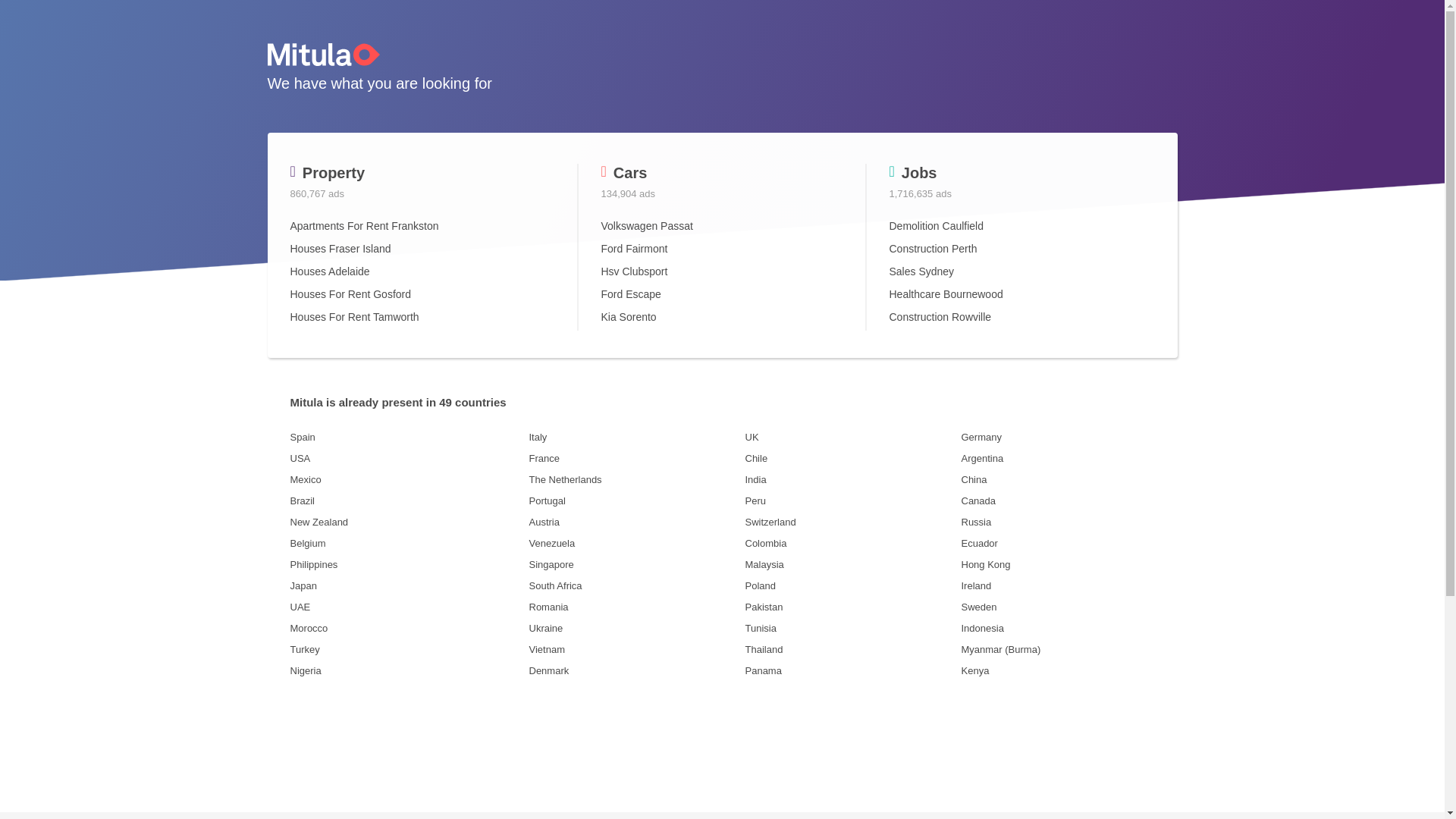 Image resolution: width=1456 pixels, height=819 pixels. Describe the element at coordinates (945, 294) in the screenshot. I see `'Healthcare Bournewood'` at that location.